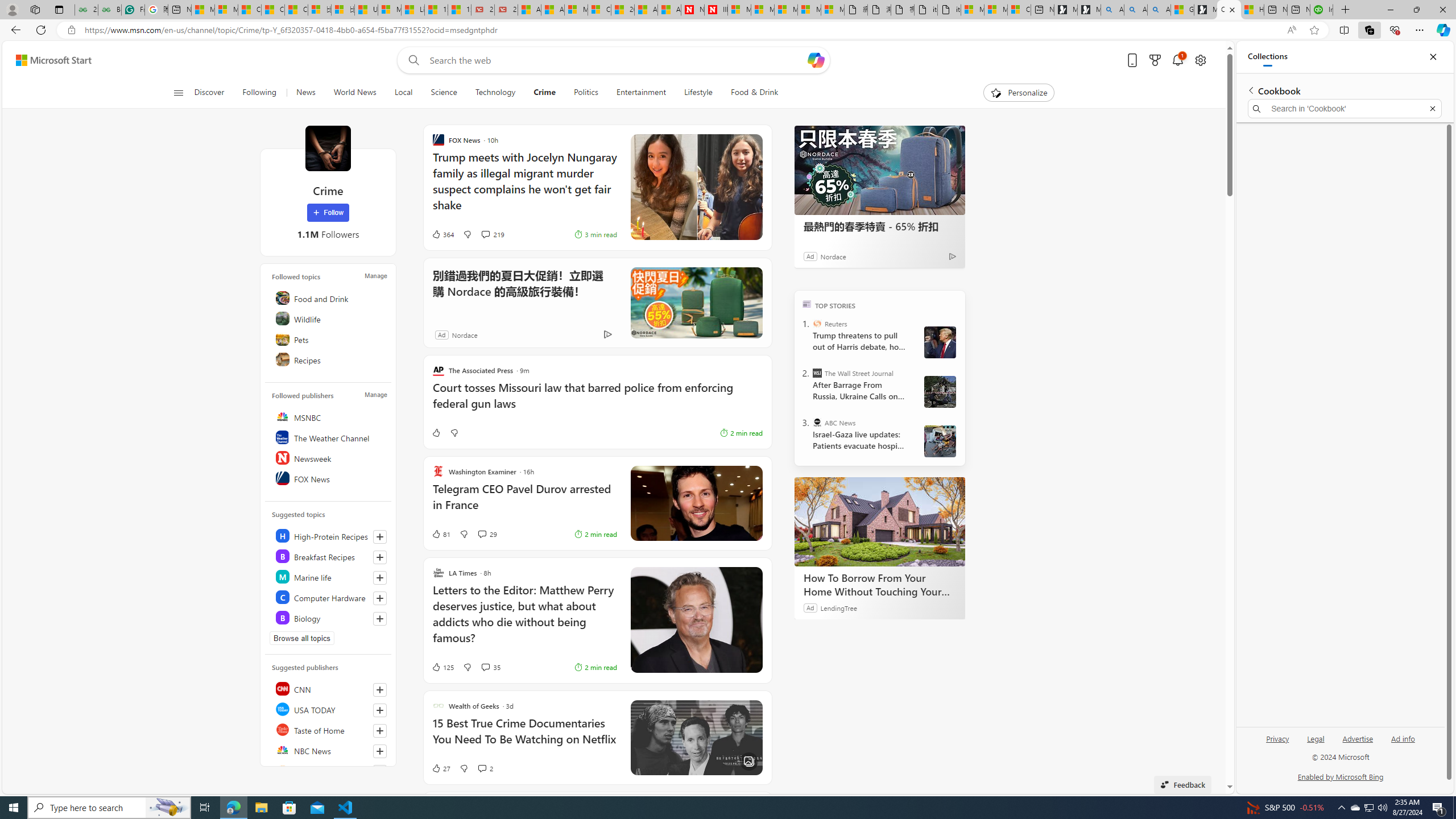  Describe the element at coordinates (440, 768) in the screenshot. I see `'27 Like'` at that location.